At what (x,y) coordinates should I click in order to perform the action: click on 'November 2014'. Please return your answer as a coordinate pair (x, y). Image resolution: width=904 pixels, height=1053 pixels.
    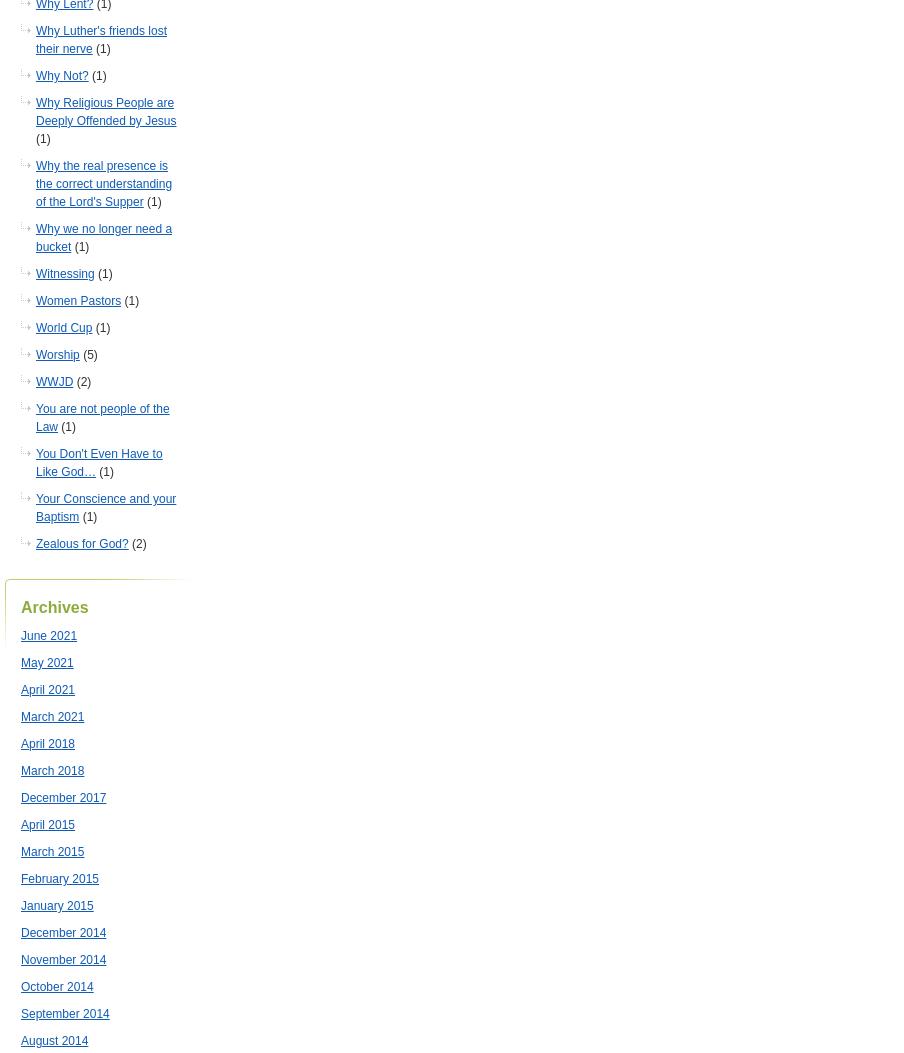
    Looking at the image, I should click on (19, 960).